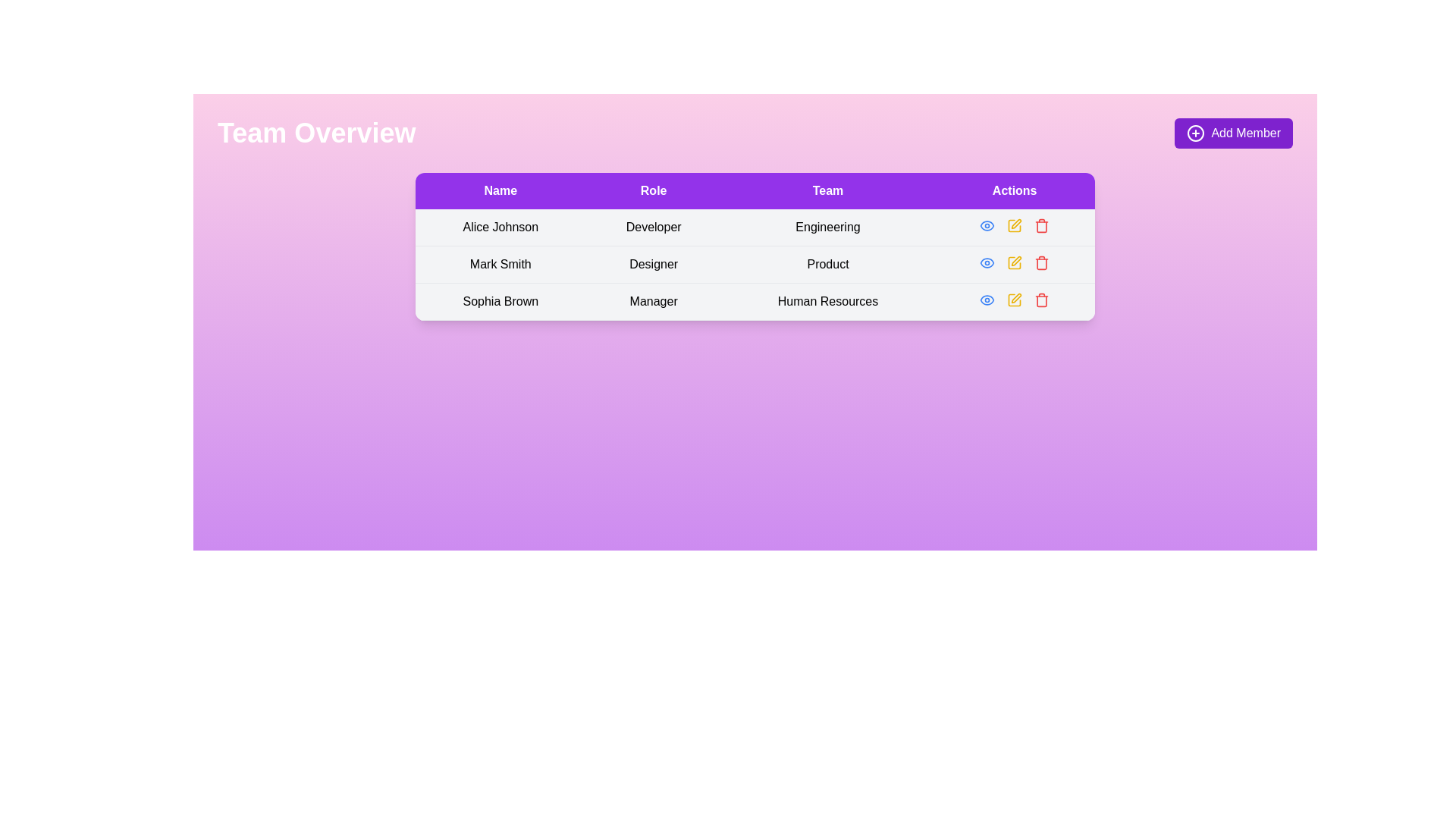 Image resolution: width=1456 pixels, height=819 pixels. What do you see at coordinates (1015, 225) in the screenshot?
I see `the yellow pen icon in the 'Actions' column for the entry 'Mark Smith'` at bounding box center [1015, 225].